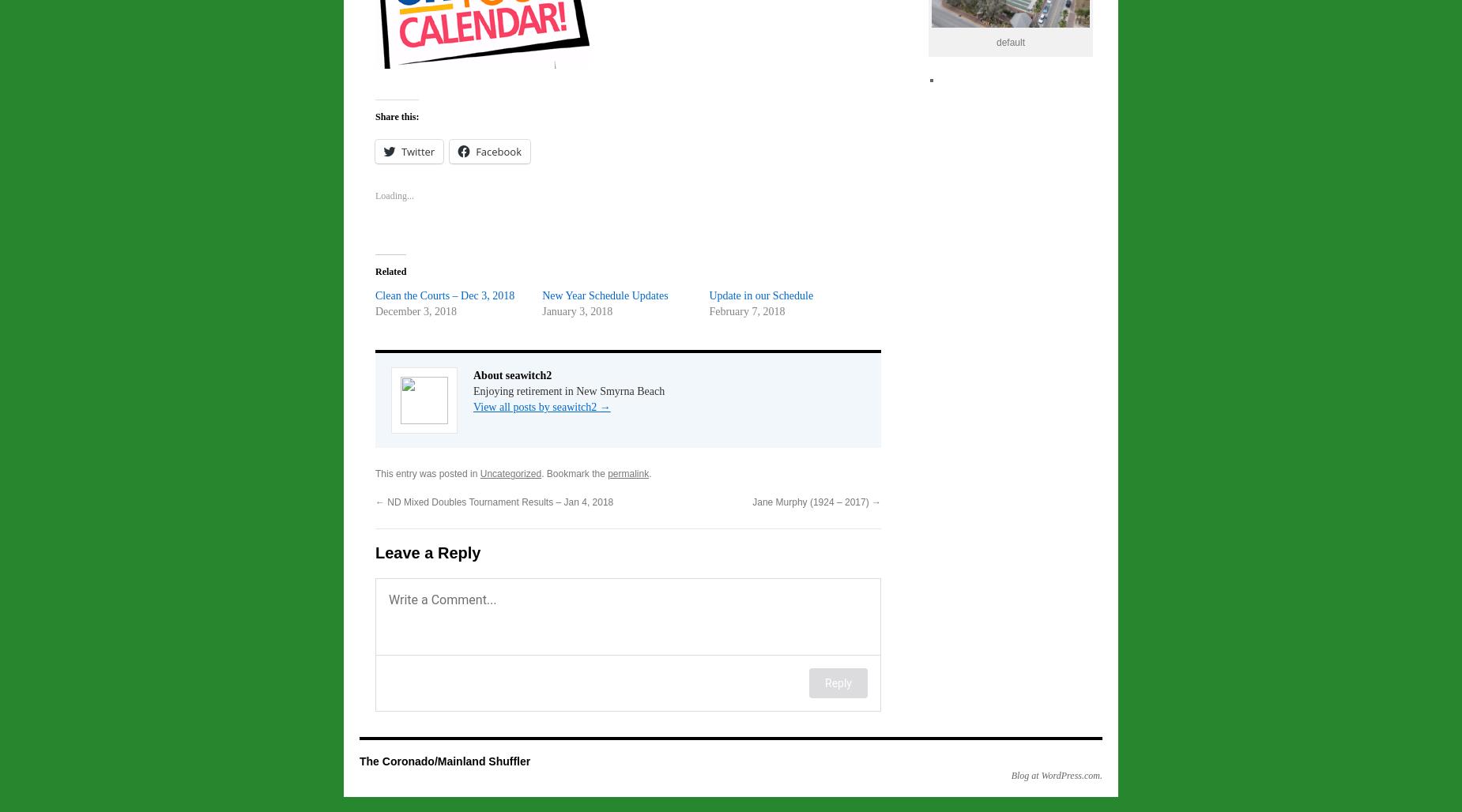 This screenshot has height=812, width=1462. I want to click on 'Leave a Reply', so click(375, 552).